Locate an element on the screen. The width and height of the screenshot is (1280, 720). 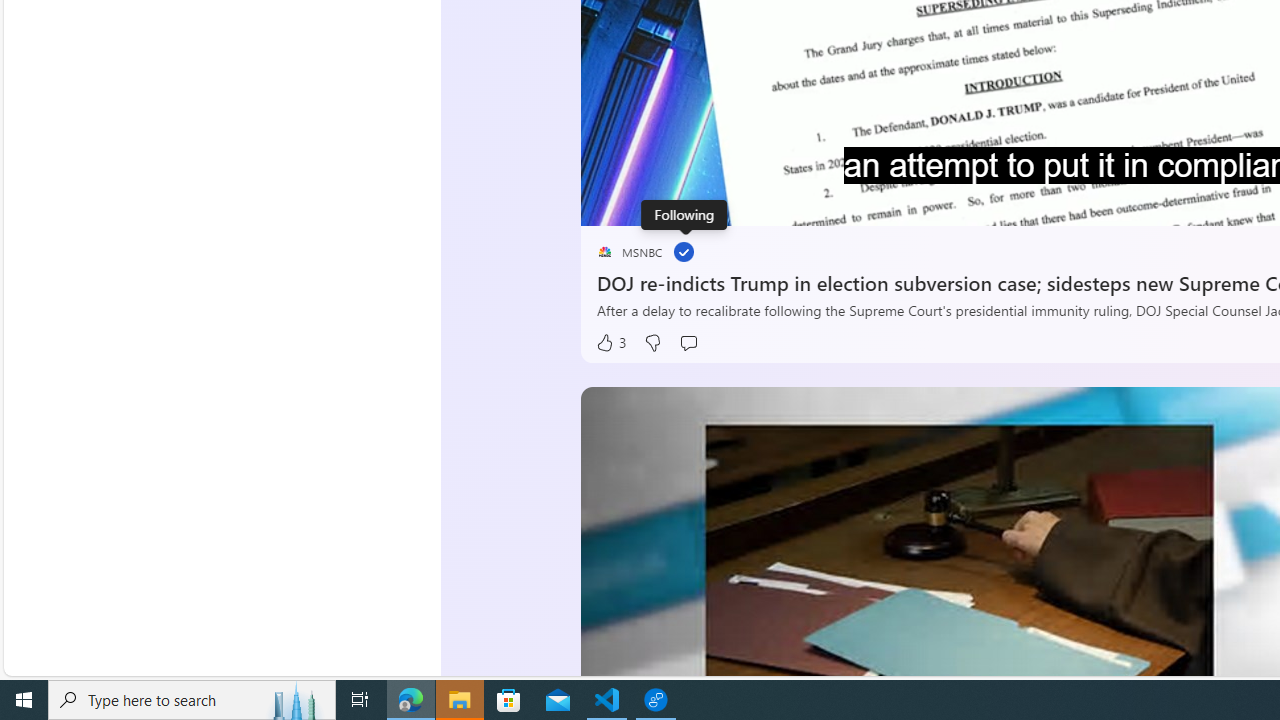
'3 Like' is located at coordinates (610, 342).